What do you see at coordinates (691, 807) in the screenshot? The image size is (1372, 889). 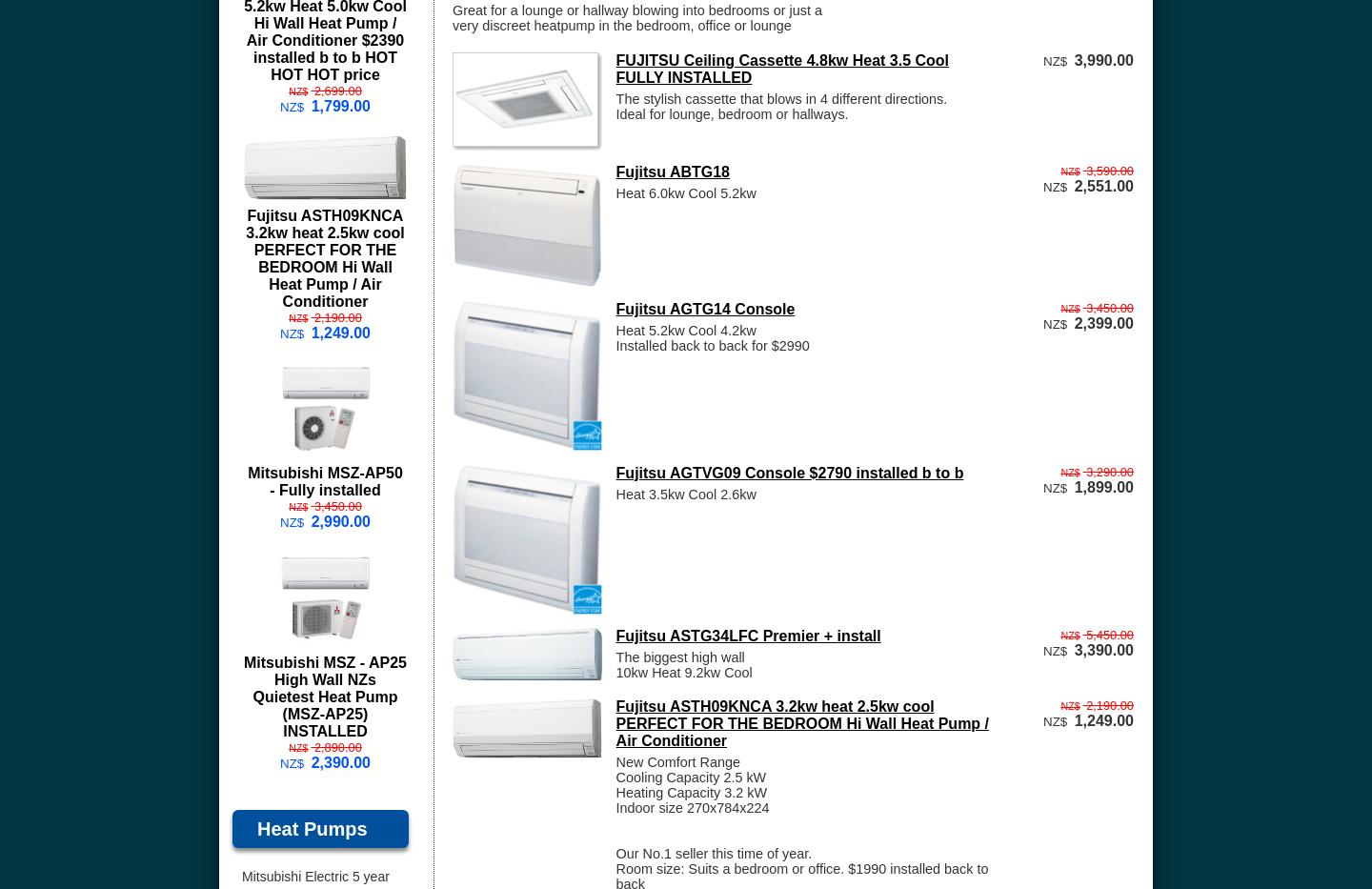 I see `'Indoor size 270x784x224'` at bounding box center [691, 807].